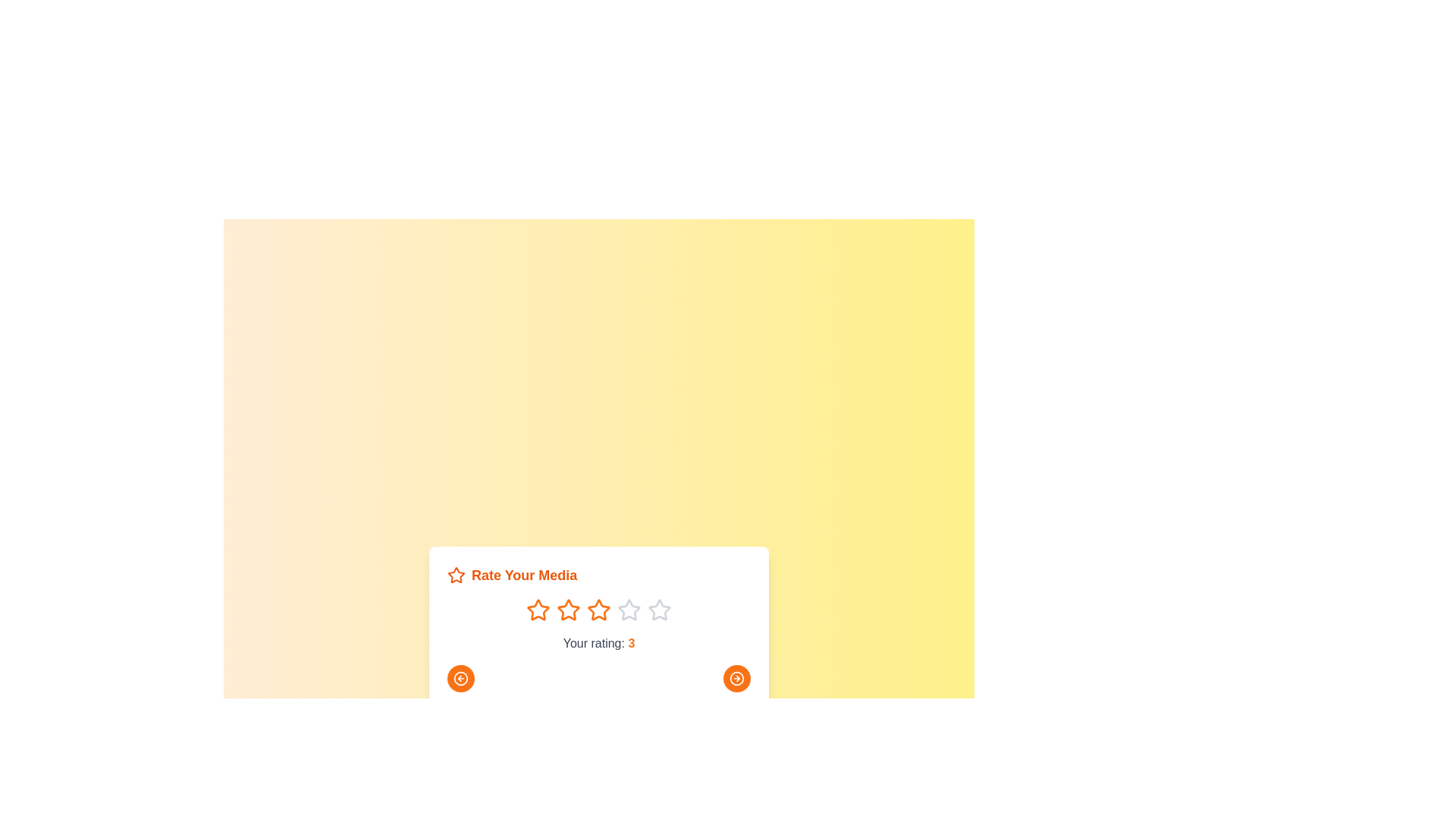  Describe the element at coordinates (598, 610) in the screenshot. I see `the rating to 3 by clicking on the corresponding star` at that location.